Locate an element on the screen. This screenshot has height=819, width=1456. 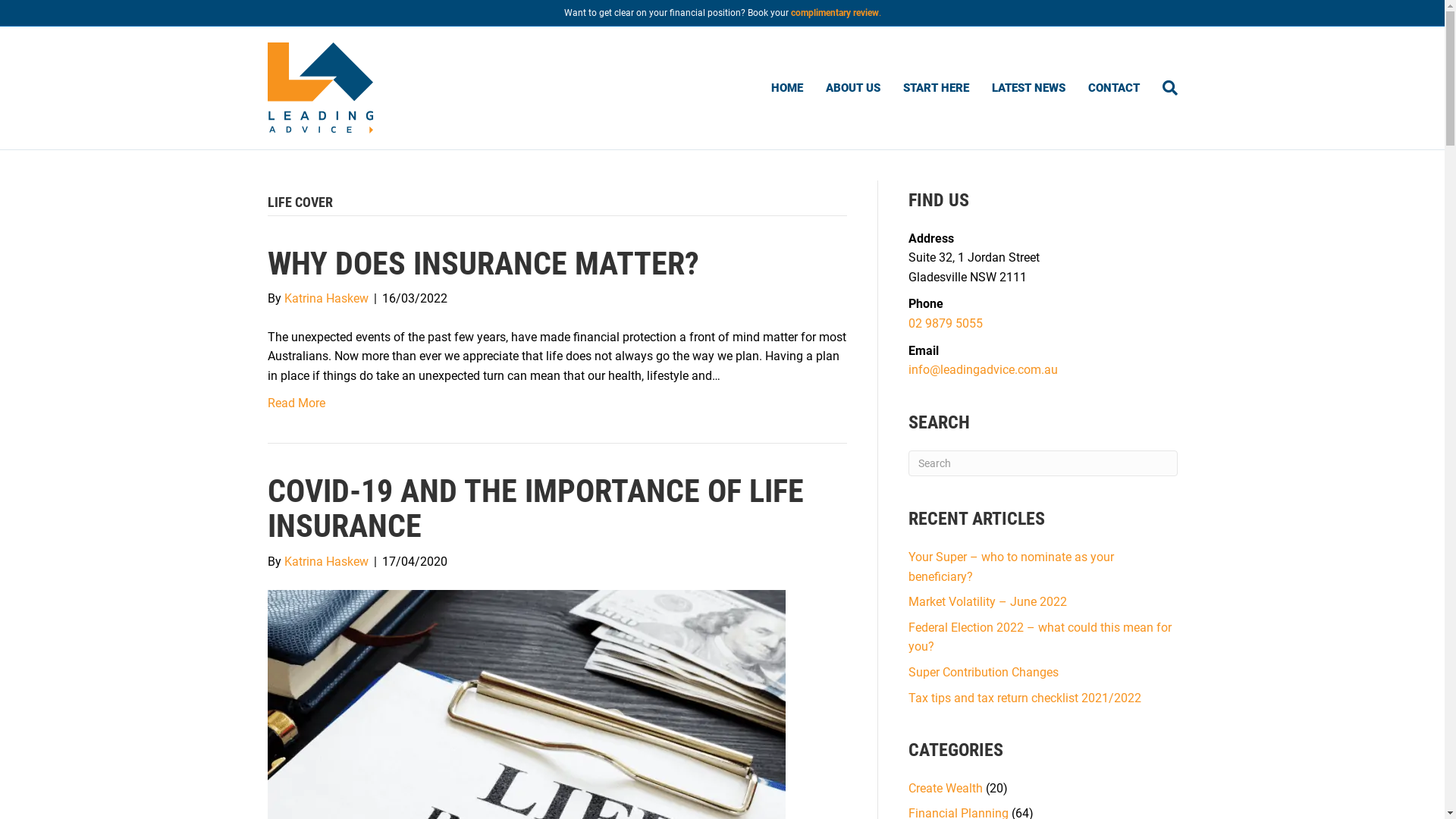
'Create Wealth' is located at coordinates (945, 787).